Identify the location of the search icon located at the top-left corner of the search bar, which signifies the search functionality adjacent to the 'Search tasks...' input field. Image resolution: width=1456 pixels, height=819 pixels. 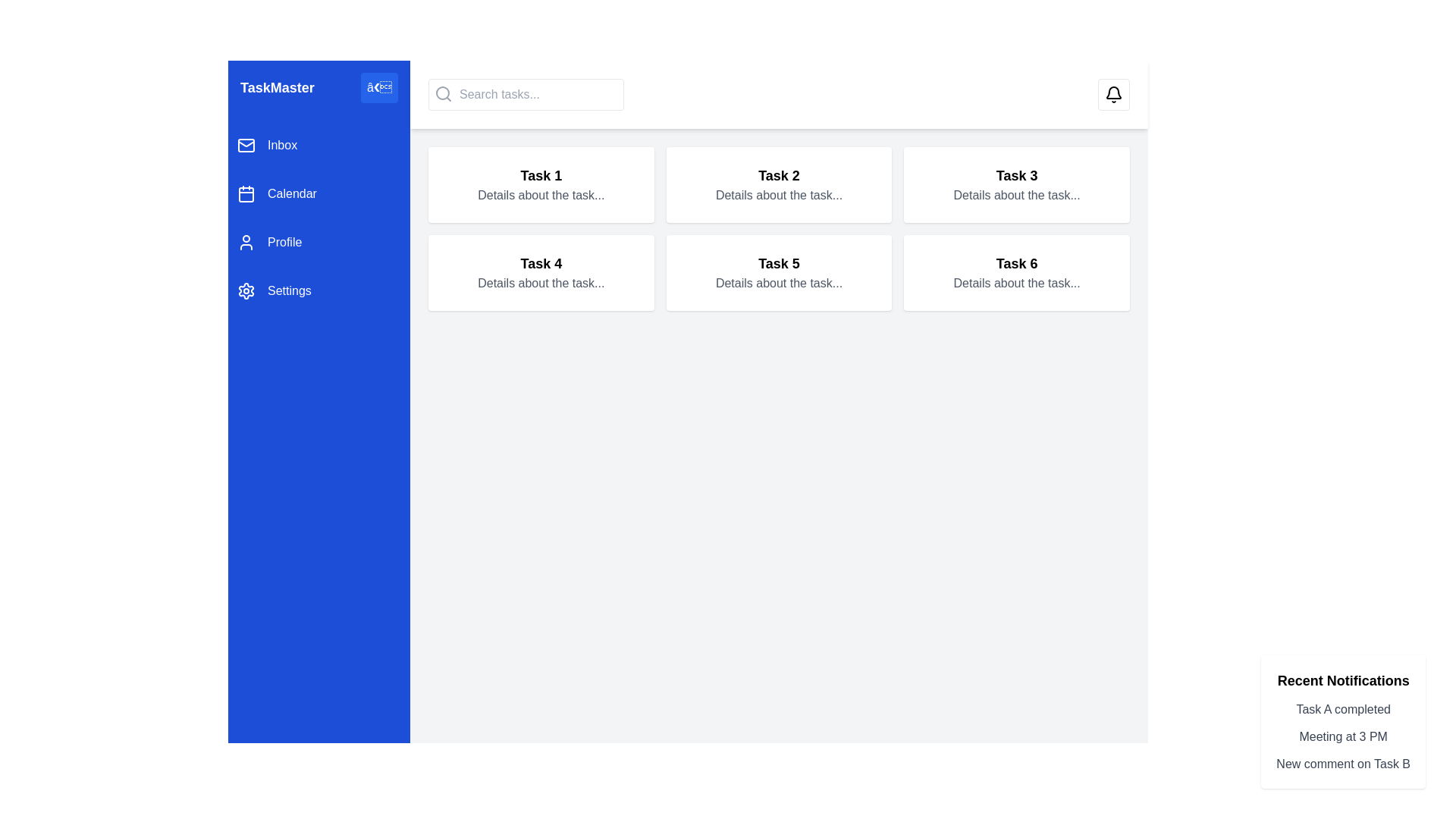
(443, 93).